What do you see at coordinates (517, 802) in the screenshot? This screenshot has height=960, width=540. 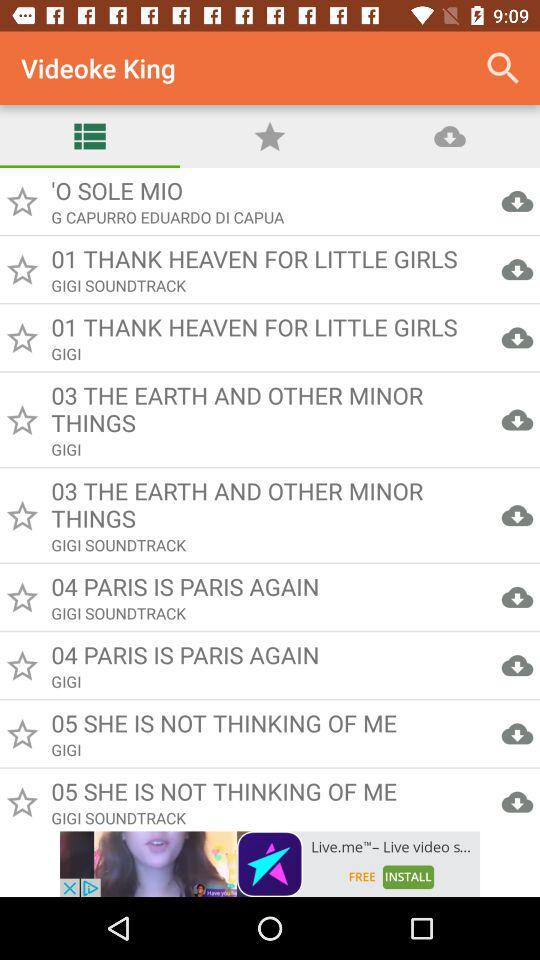 I see `the downward arrow in the bottom` at bounding box center [517, 802].